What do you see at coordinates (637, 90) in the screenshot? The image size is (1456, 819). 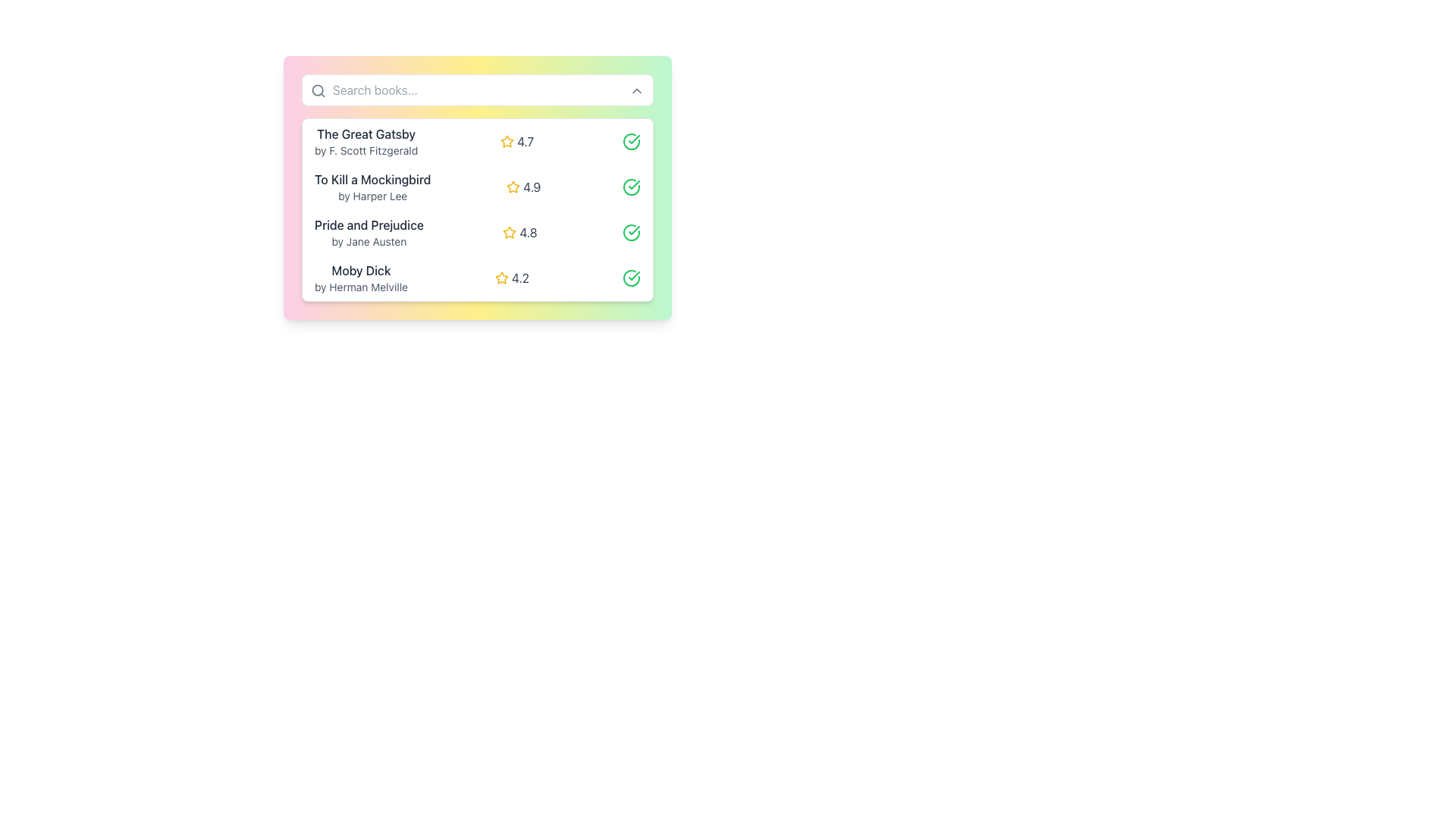 I see `the collapsible indicator icon at the right edge of the search bar` at bounding box center [637, 90].